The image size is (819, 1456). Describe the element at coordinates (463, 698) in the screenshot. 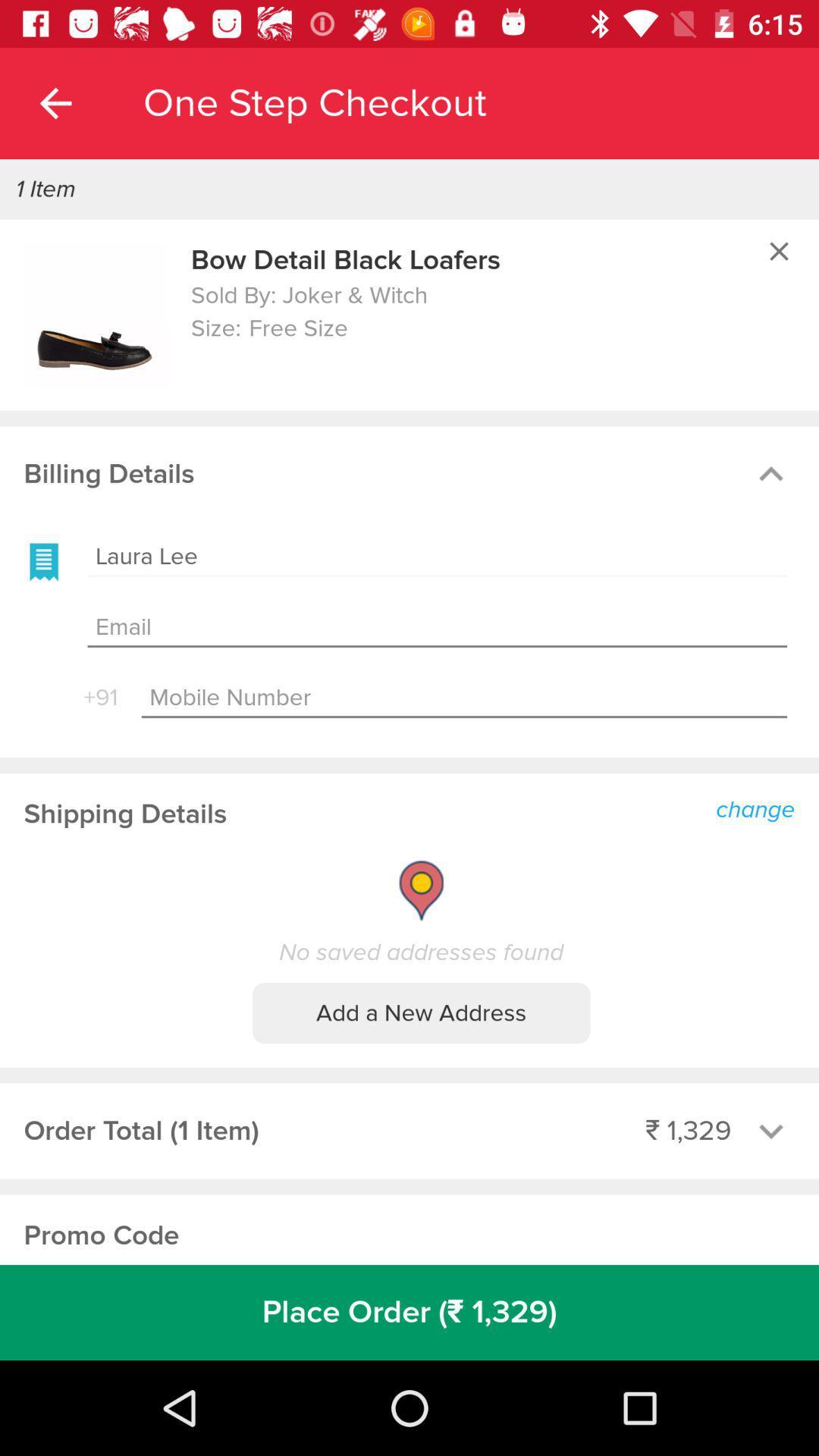

I see `cell phone number` at that location.